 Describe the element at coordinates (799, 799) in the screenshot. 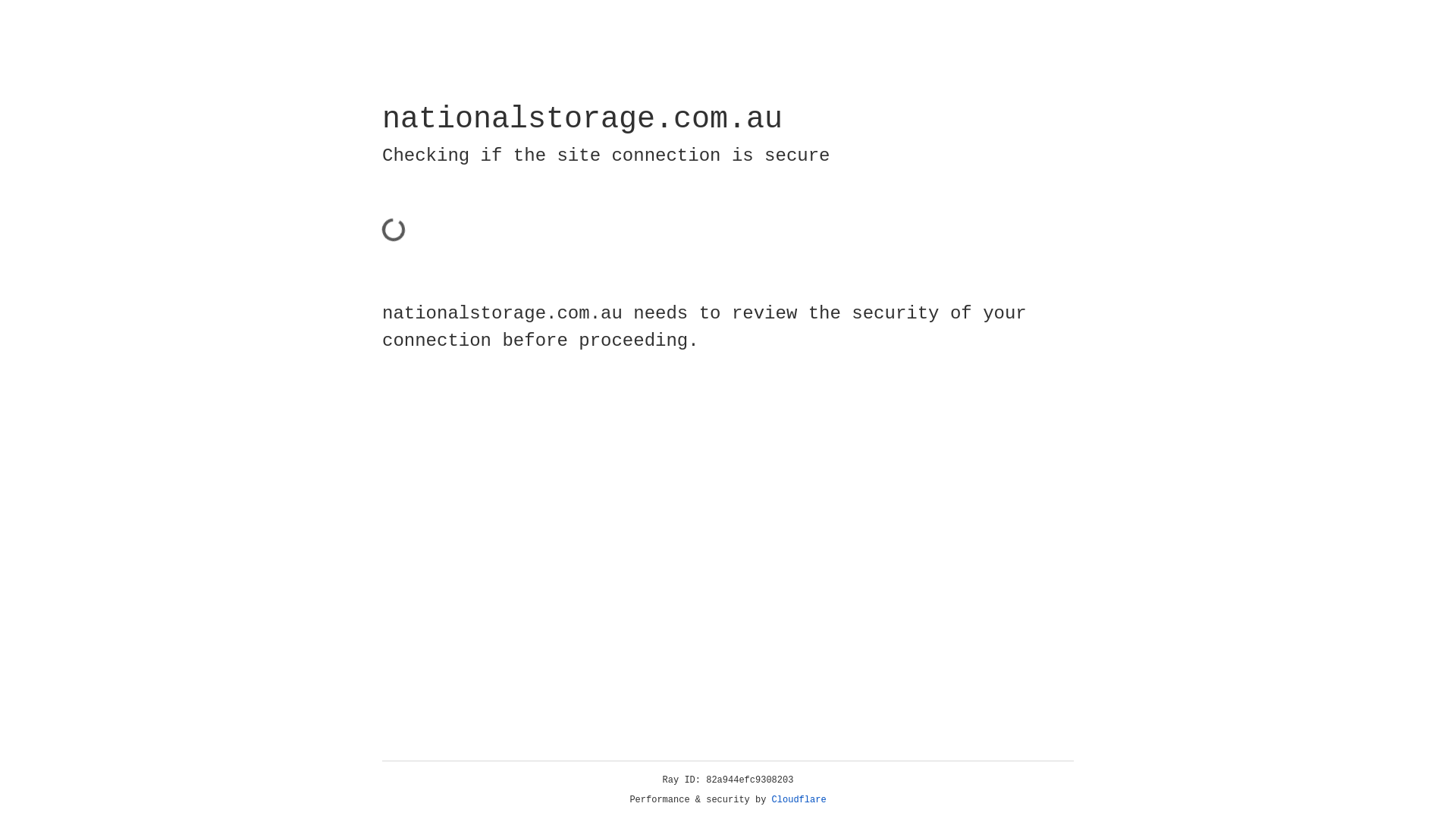

I see `'Cloudflare'` at that location.